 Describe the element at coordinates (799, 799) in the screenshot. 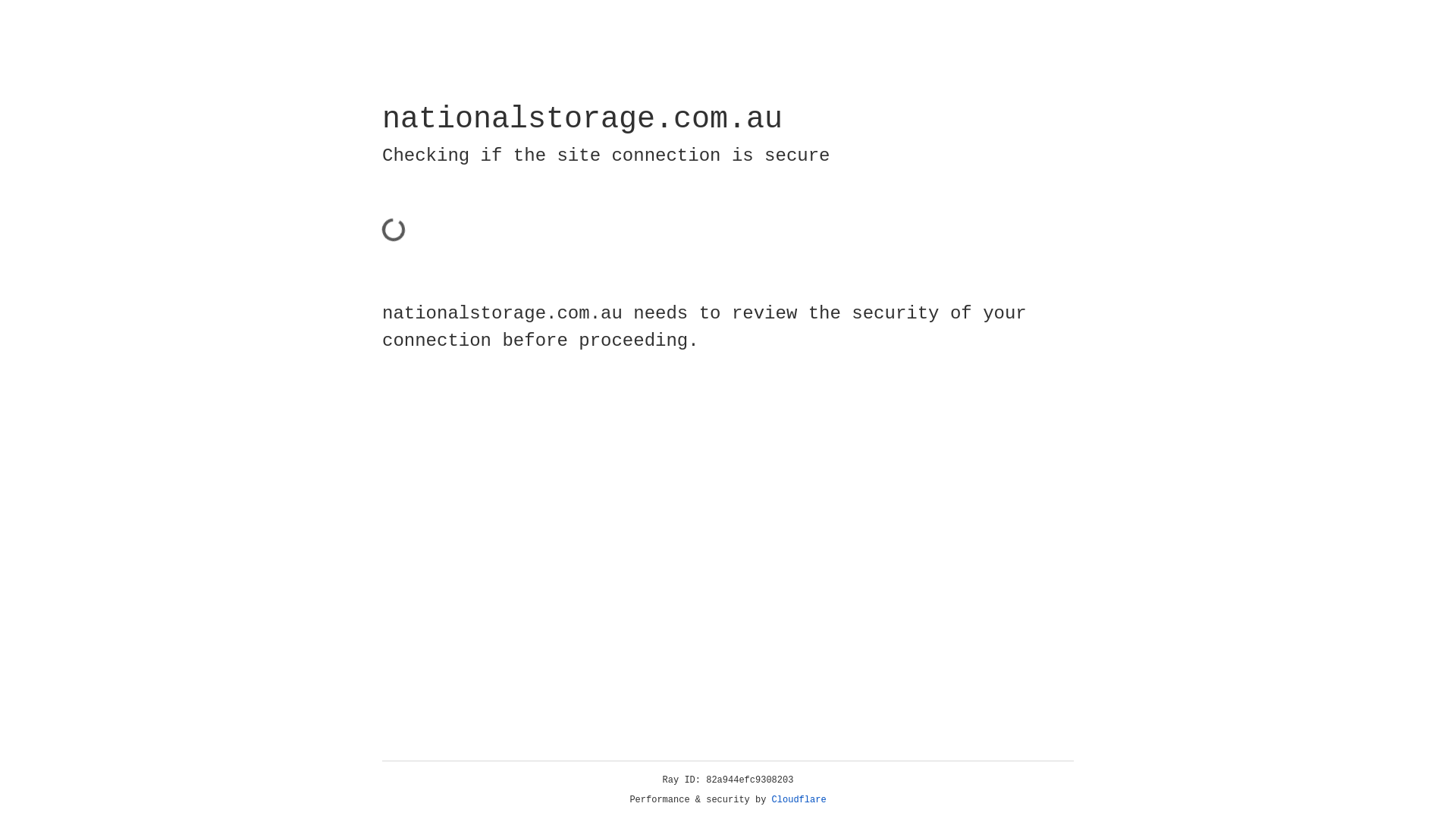

I see `'Cloudflare'` at that location.